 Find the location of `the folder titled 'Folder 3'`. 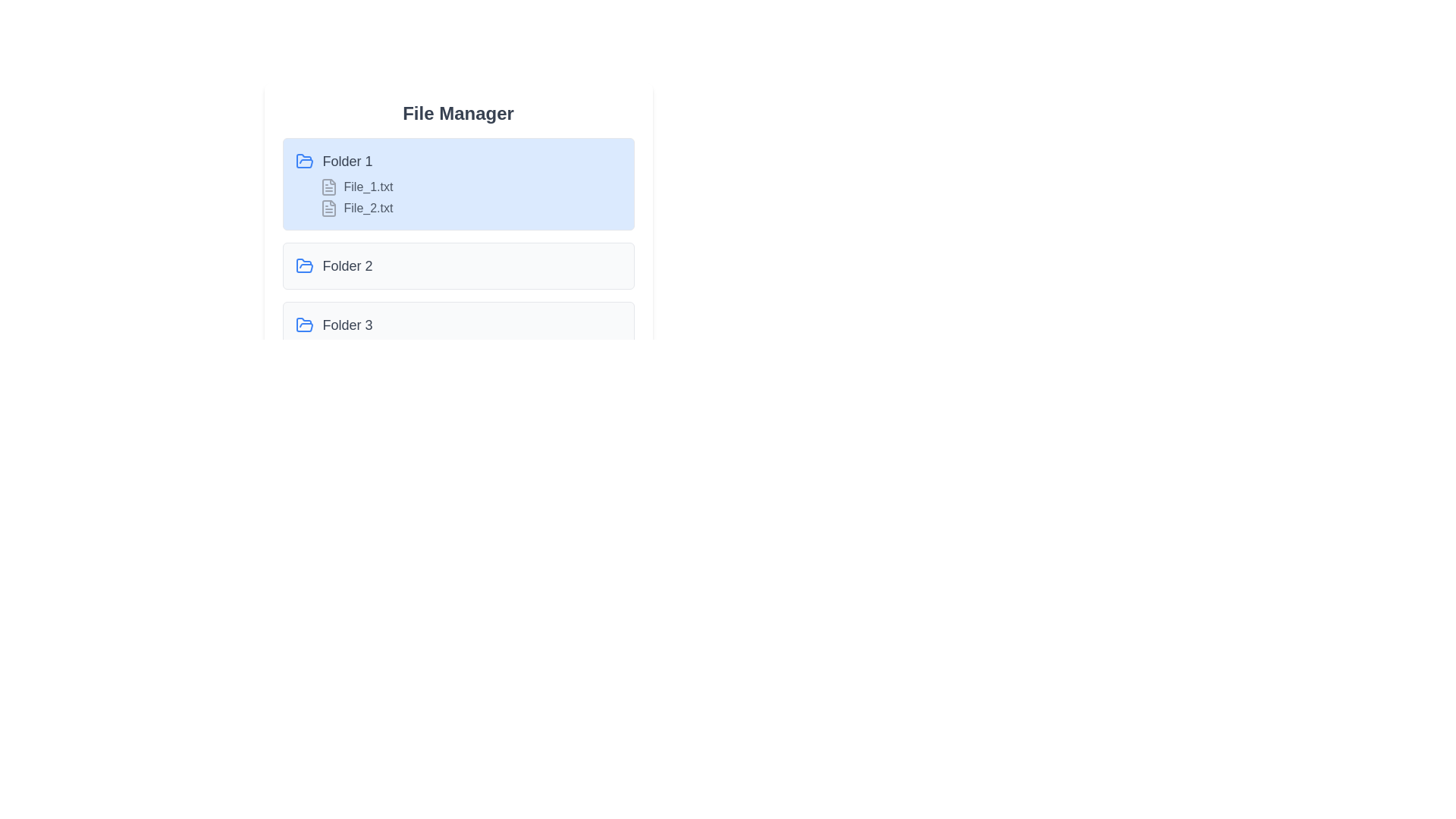

the folder titled 'Folder 3' is located at coordinates (457, 324).